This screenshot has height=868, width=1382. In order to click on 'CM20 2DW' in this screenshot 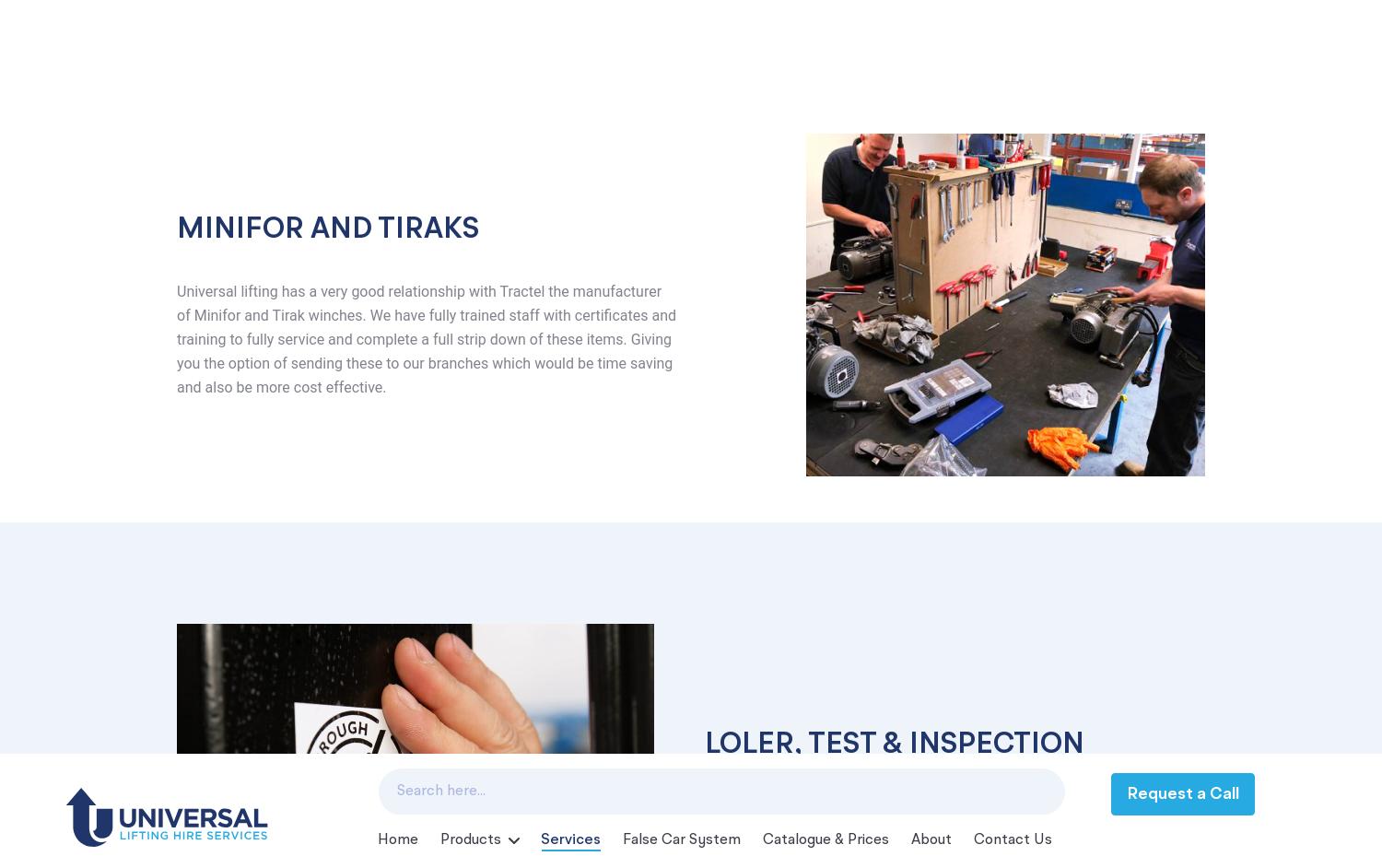, I will do `click(247, 604)`.